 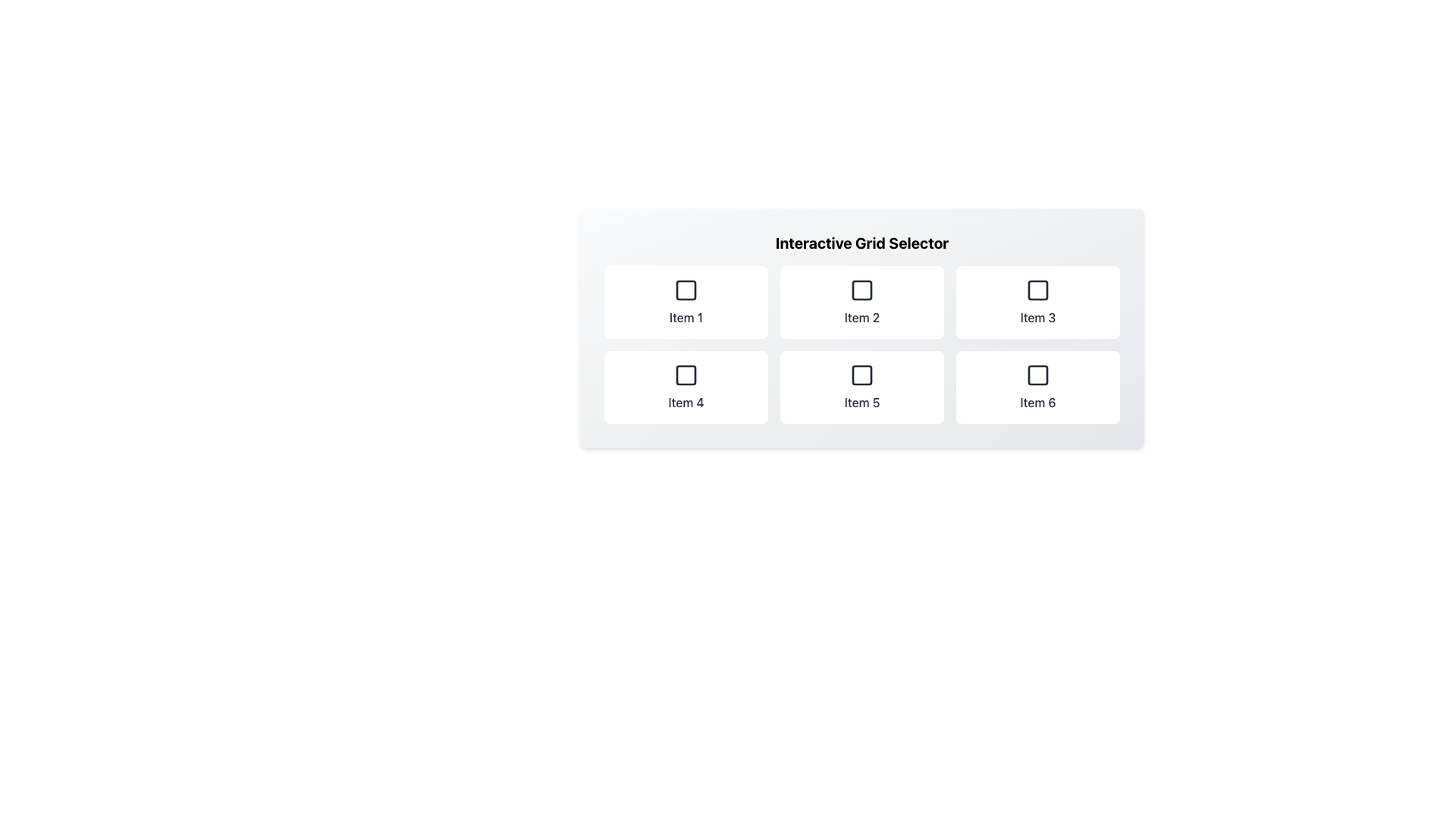 What do you see at coordinates (1037, 290) in the screenshot?
I see `the minimalist checkbox located in the third square of the top row within the 'Interactive Grid Selector' section` at bounding box center [1037, 290].